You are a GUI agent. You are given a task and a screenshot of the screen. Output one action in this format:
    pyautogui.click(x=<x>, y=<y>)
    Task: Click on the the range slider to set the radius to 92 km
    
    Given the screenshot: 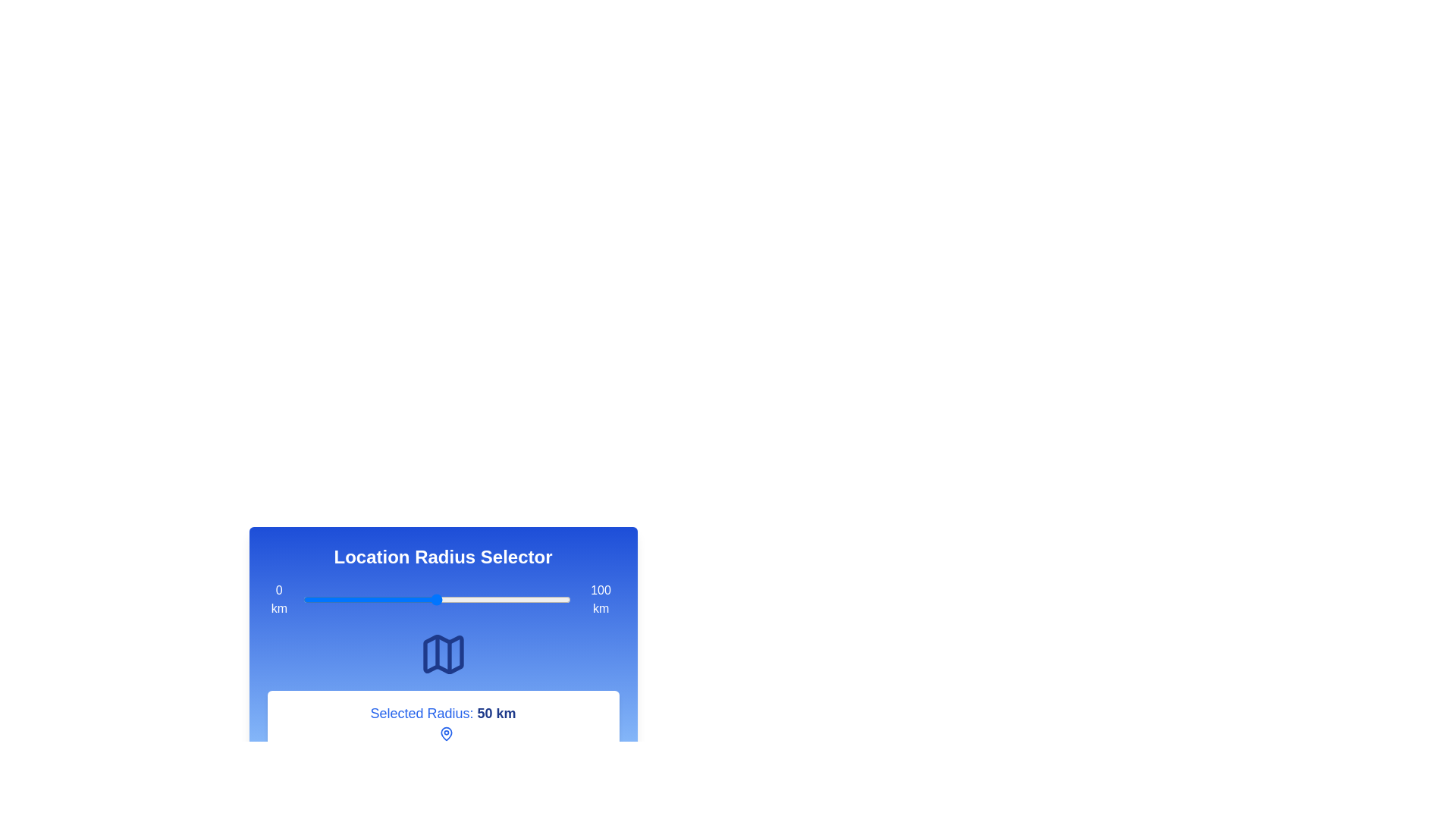 What is the action you would take?
    pyautogui.click(x=548, y=598)
    